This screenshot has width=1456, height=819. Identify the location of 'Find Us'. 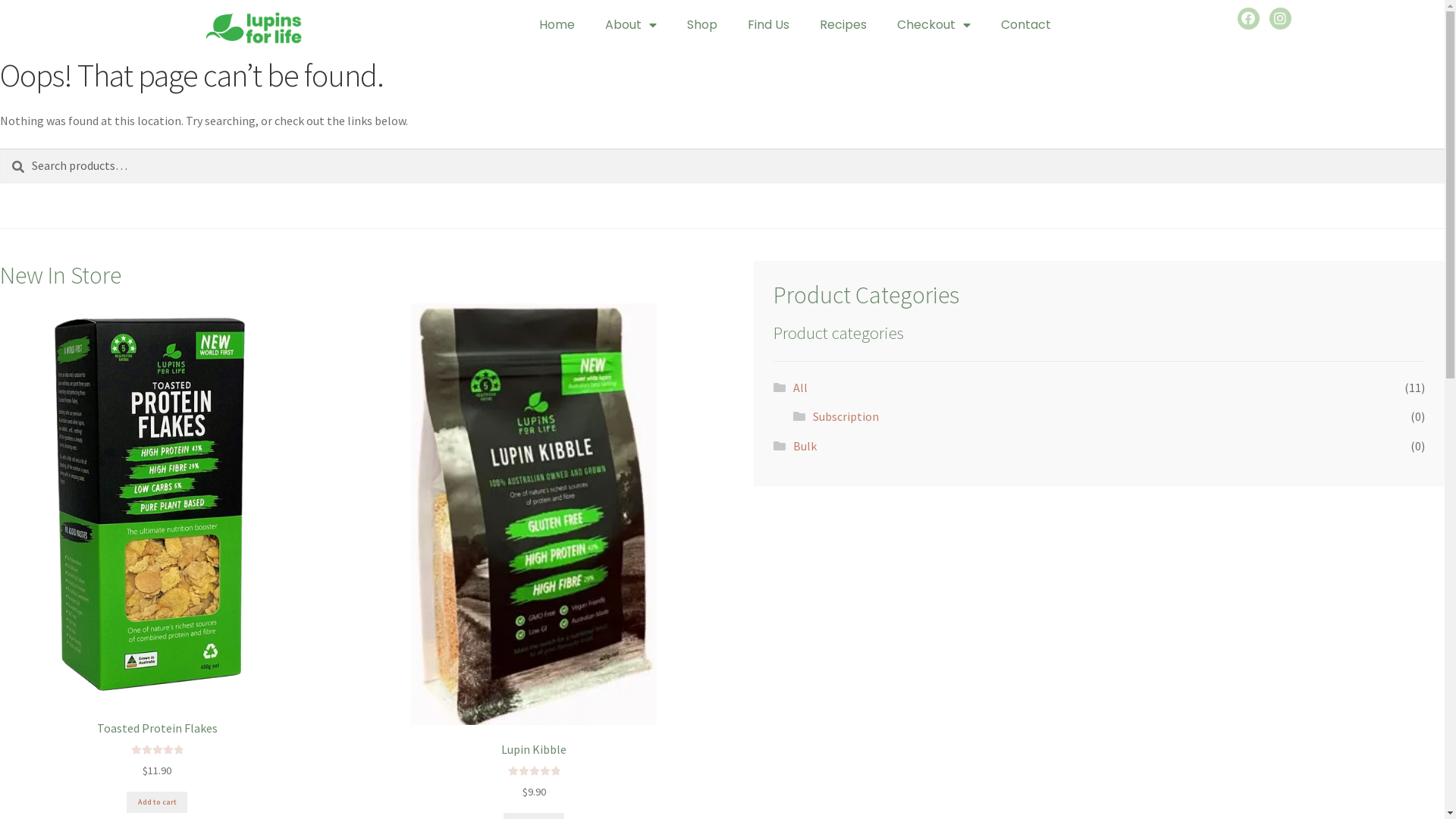
(732, 25).